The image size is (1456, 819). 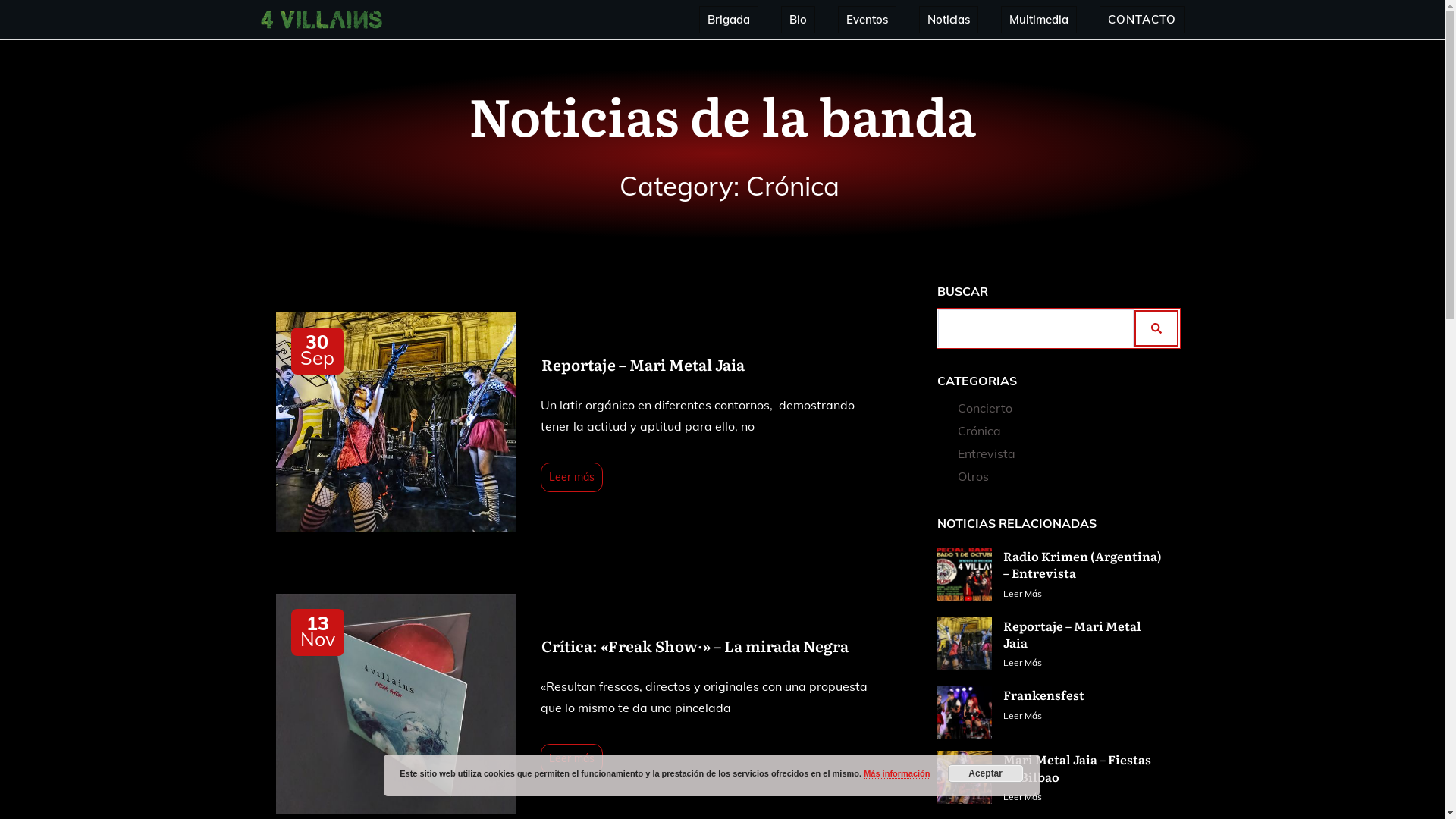 What do you see at coordinates (867, 20) in the screenshot?
I see `'Eventos'` at bounding box center [867, 20].